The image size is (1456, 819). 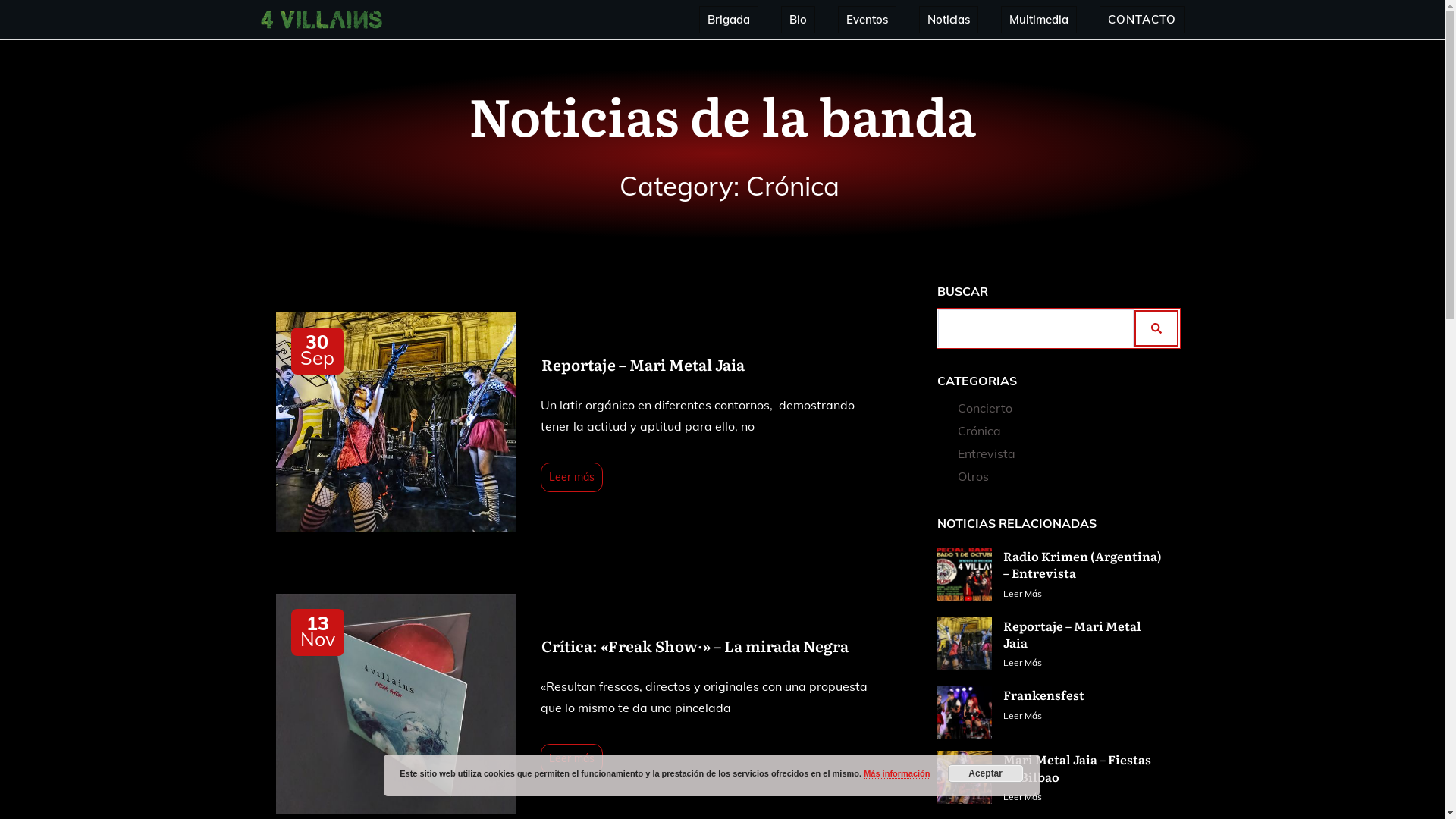 What do you see at coordinates (867, 20) in the screenshot?
I see `'Eventos'` at bounding box center [867, 20].